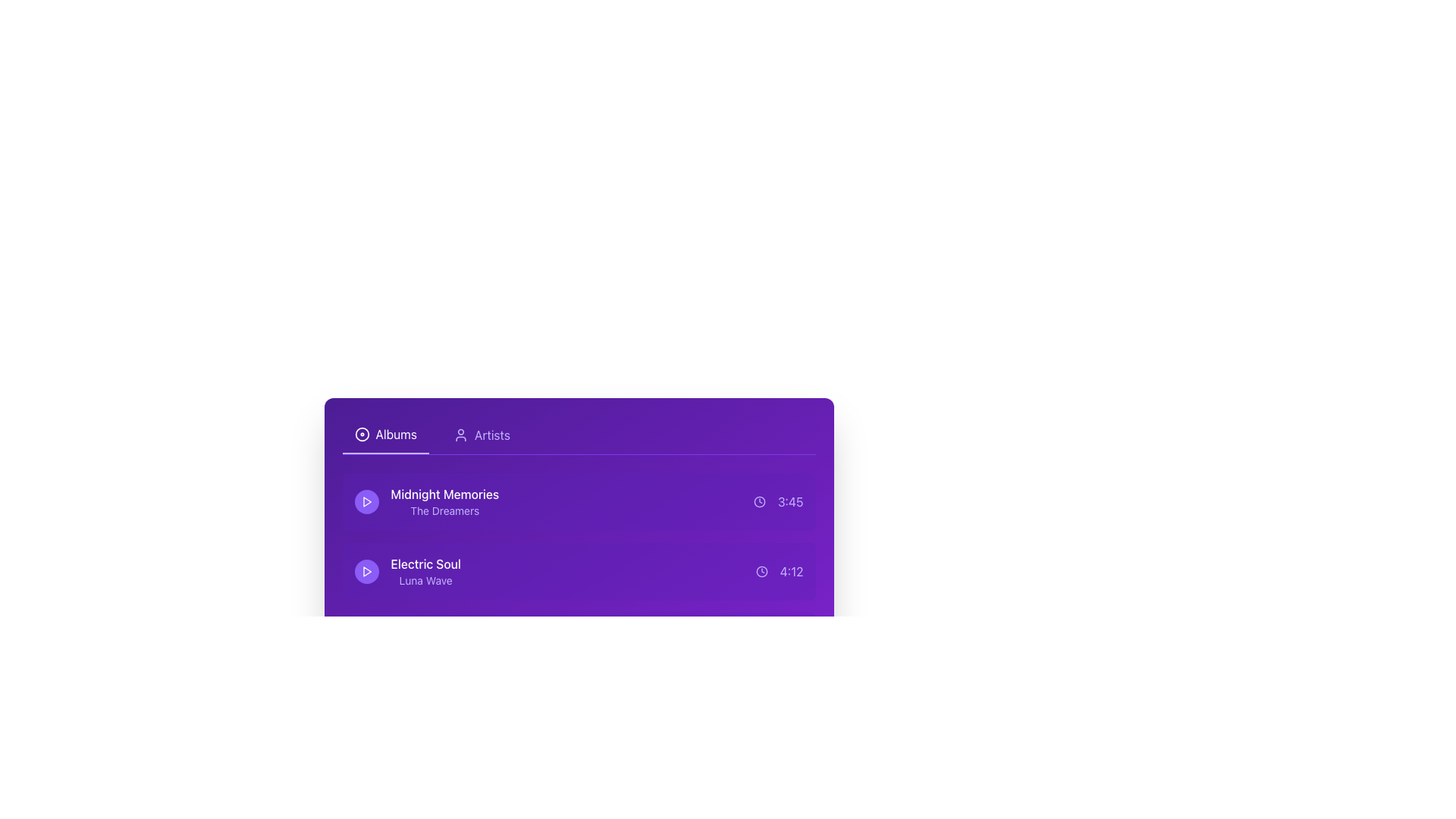 The width and height of the screenshot is (1456, 819). What do you see at coordinates (578, 435) in the screenshot?
I see `the 'Artists' option in the navigation tab bar` at bounding box center [578, 435].